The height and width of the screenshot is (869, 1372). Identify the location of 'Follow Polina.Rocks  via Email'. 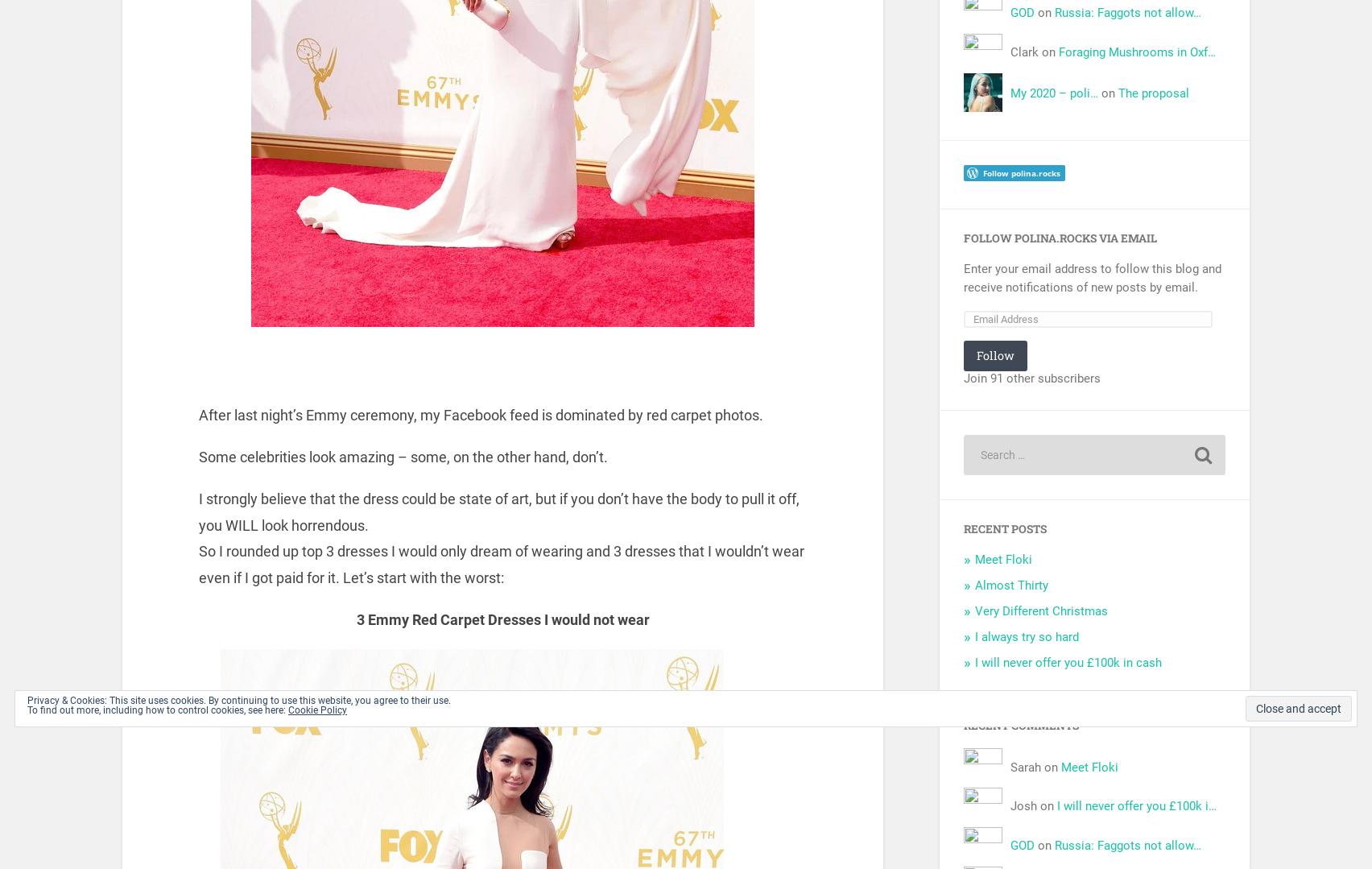
(1060, 236).